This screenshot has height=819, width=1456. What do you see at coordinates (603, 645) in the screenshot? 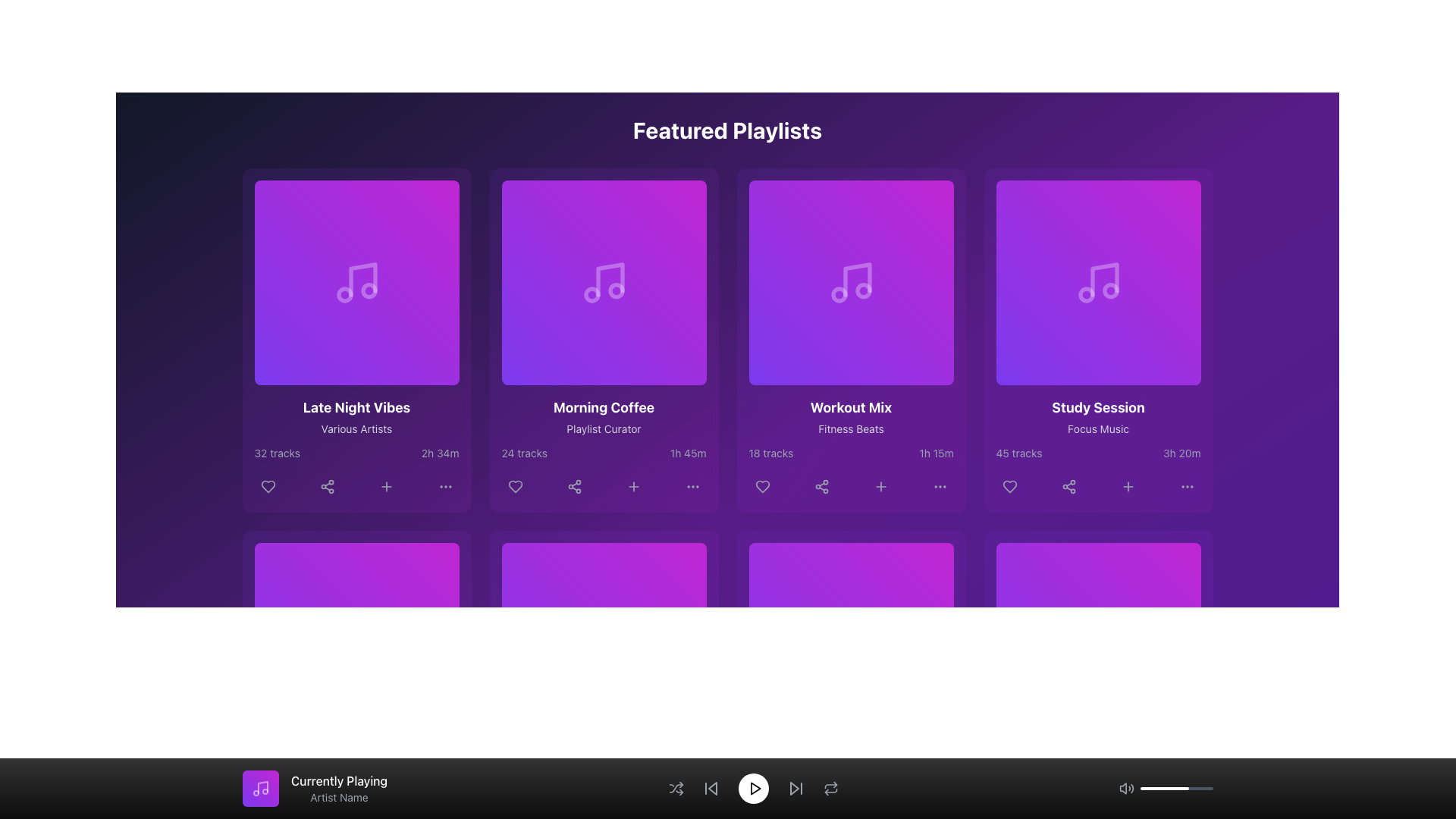
I see `the circular play button located at the center of the card to play media` at bounding box center [603, 645].